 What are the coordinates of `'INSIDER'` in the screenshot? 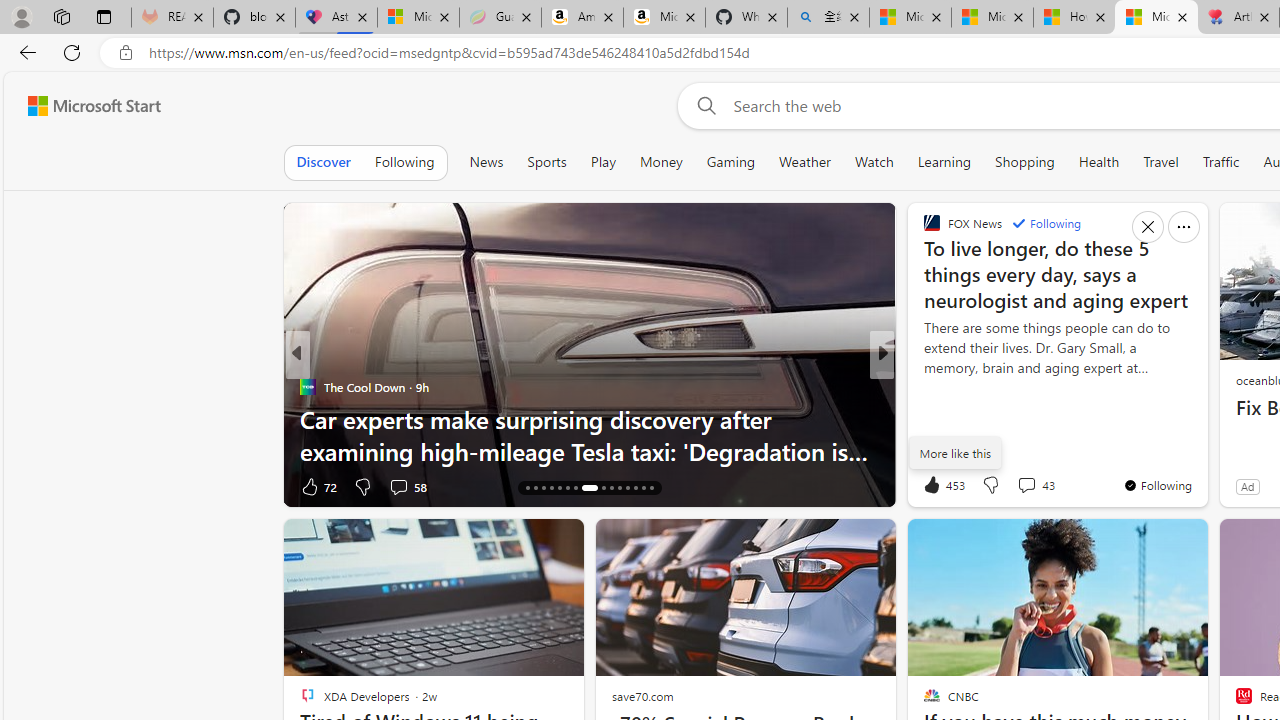 It's located at (922, 387).